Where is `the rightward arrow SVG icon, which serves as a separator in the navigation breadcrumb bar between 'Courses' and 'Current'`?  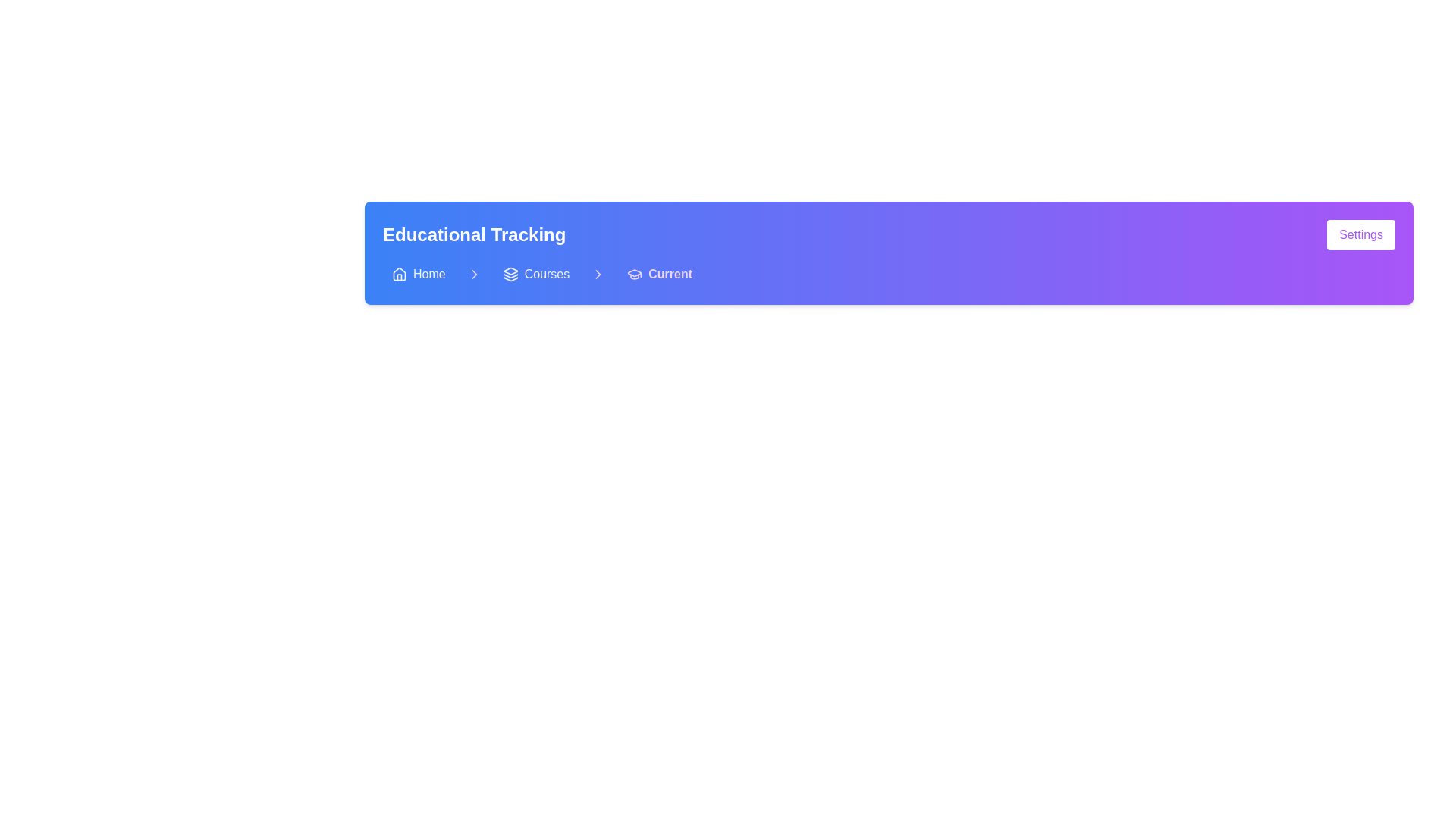
the rightward arrow SVG icon, which serves as a separator in the navigation breadcrumb bar between 'Courses' and 'Current' is located at coordinates (473, 275).